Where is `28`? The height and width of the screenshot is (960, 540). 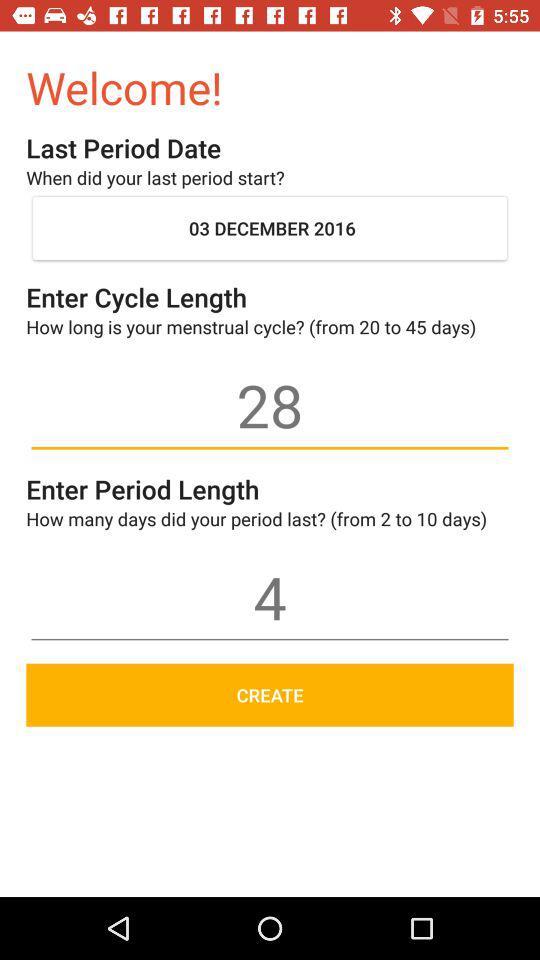 28 is located at coordinates (270, 404).